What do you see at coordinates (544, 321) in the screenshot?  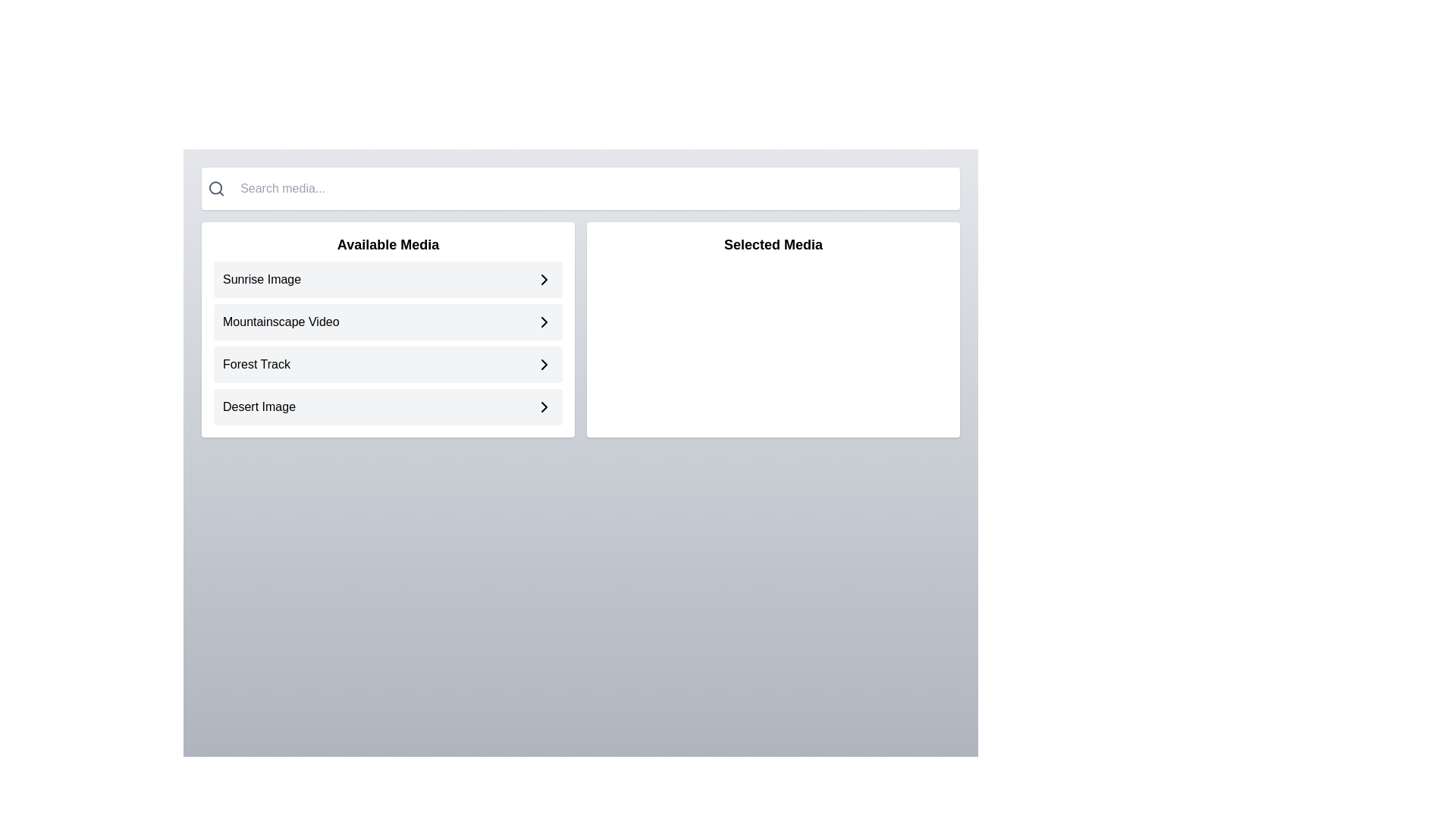 I see `the Chevron icon located in the 'Available Media' column beside the 'Mountainscape Video' row` at bounding box center [544, 321].